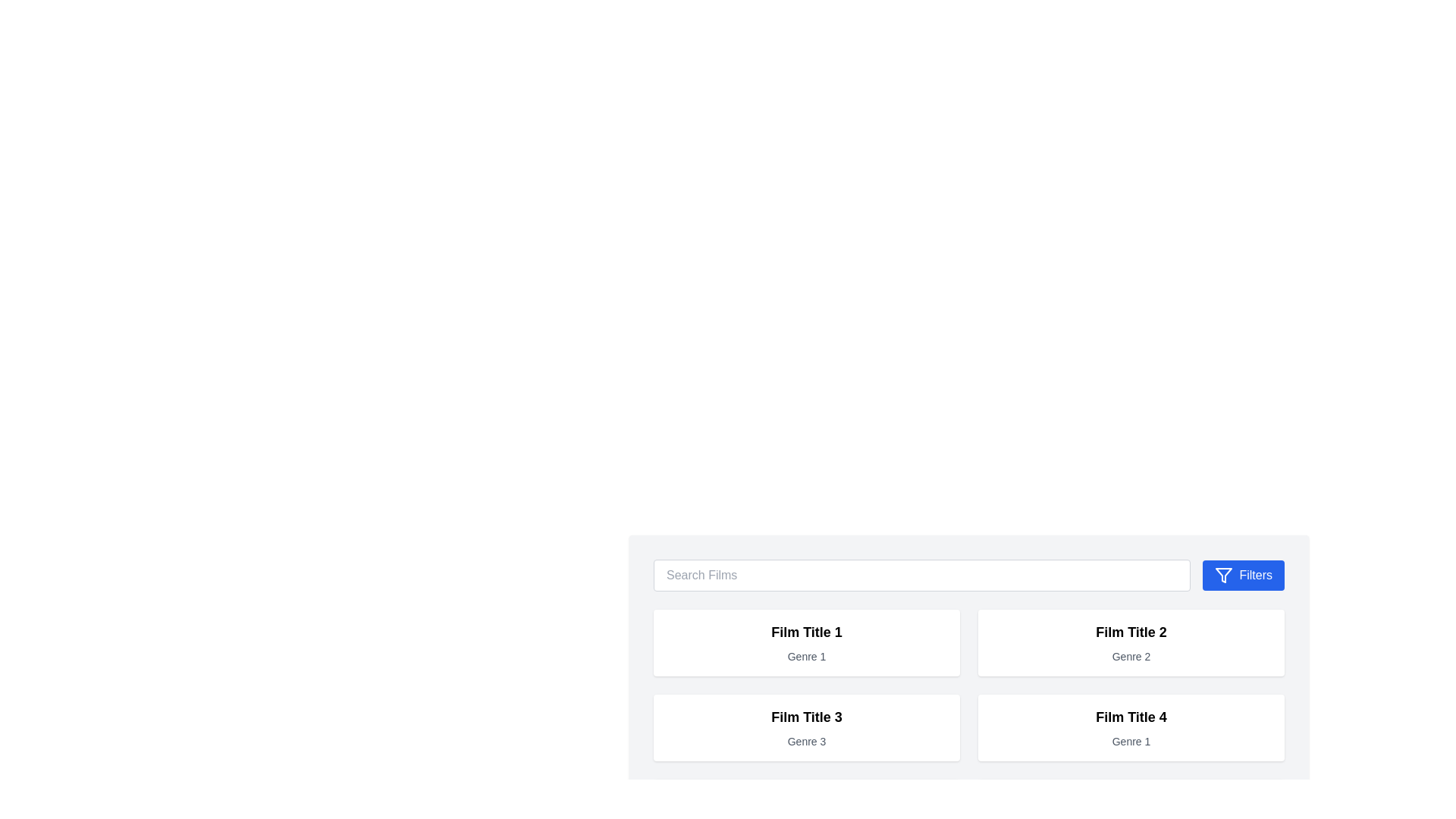  What do you see at coordinates (968, 576) in the screenshot?
I see `the search bar input field labeled 'Search Films' to focus on it` at bounding box center [968, 576].